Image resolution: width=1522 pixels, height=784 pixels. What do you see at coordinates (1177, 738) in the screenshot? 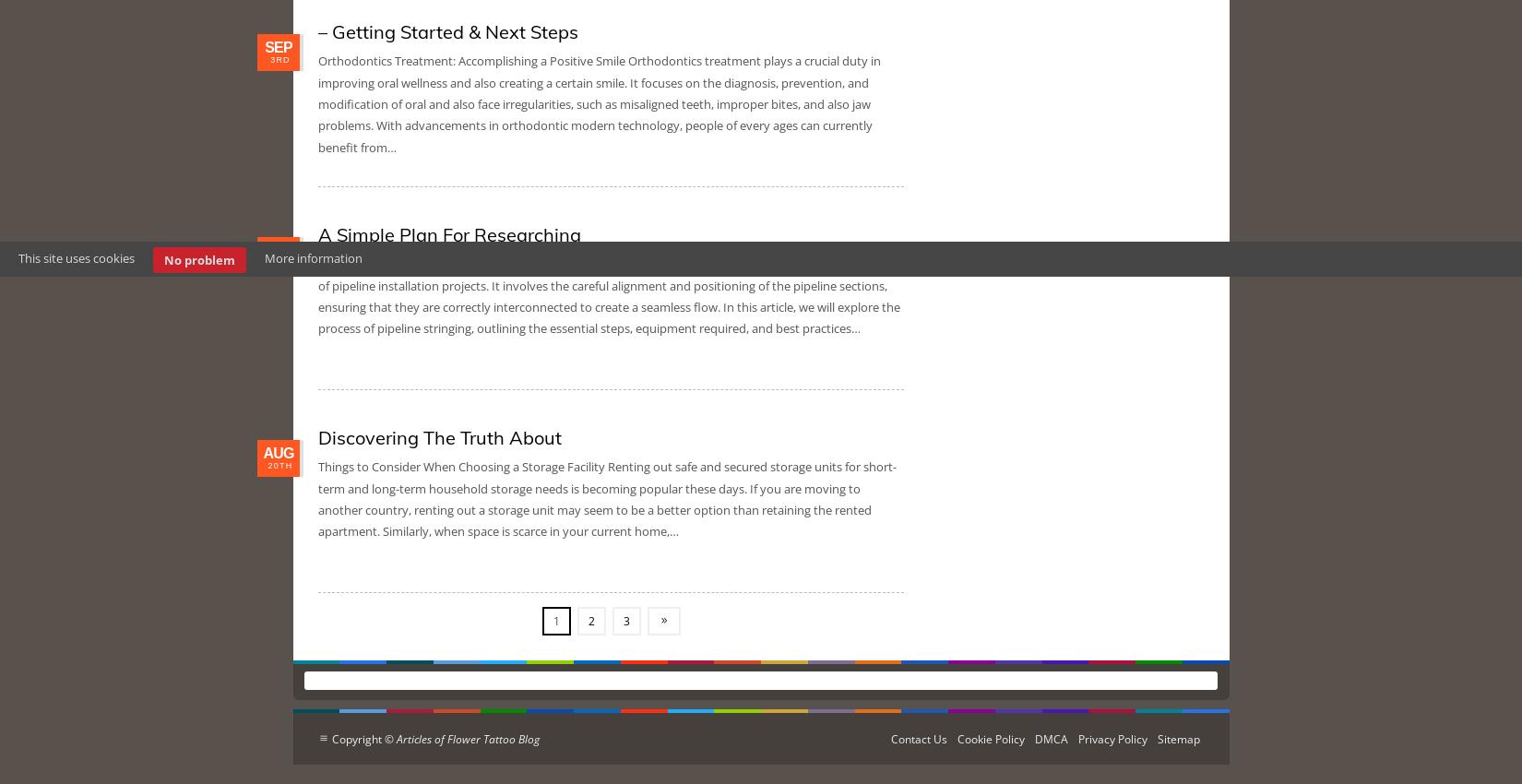
I see `'Sitemap'` at bounding box center [1177, 738].